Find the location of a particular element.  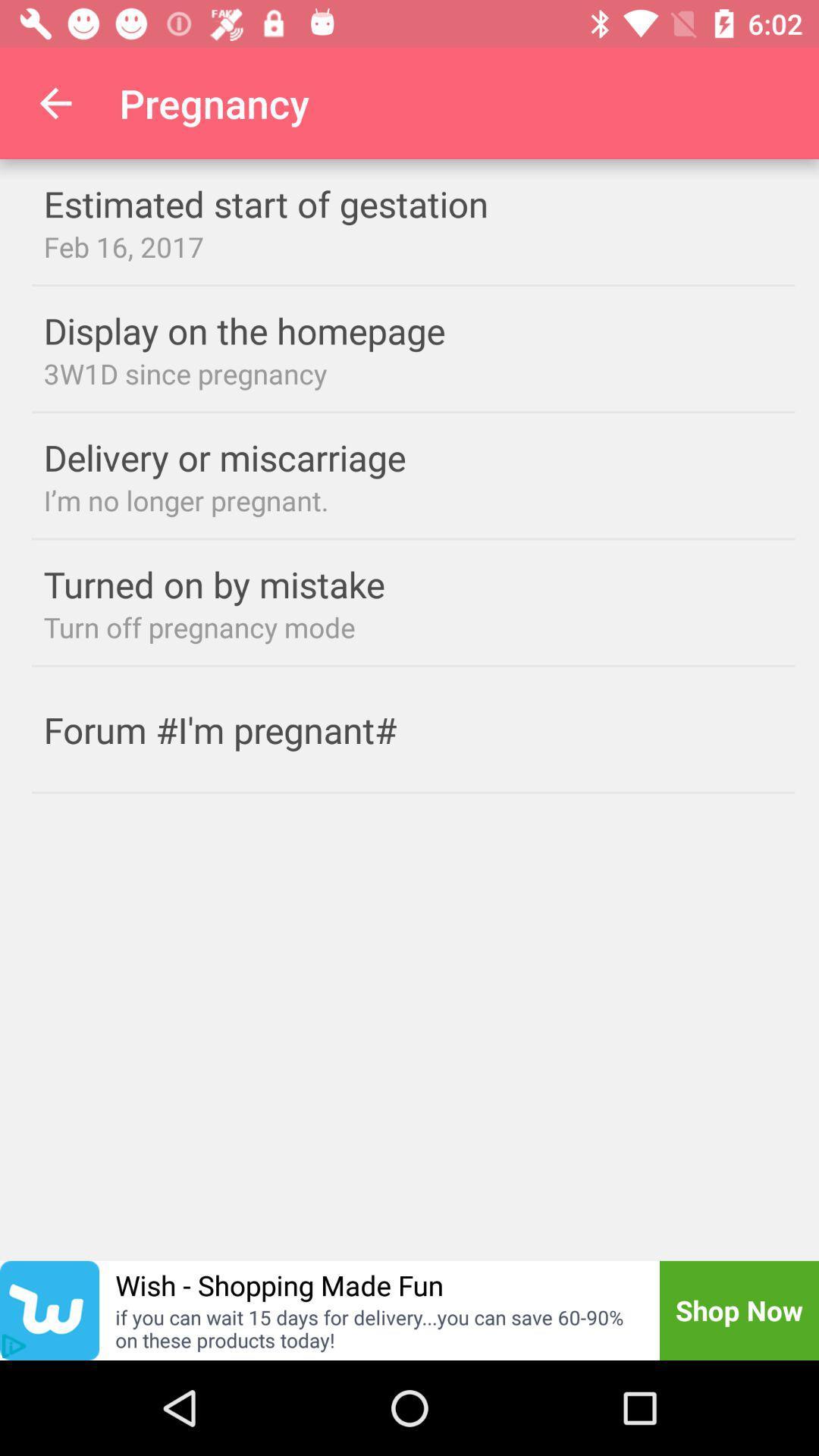

wish shopping made icon is located at coordinates (279, 1284).